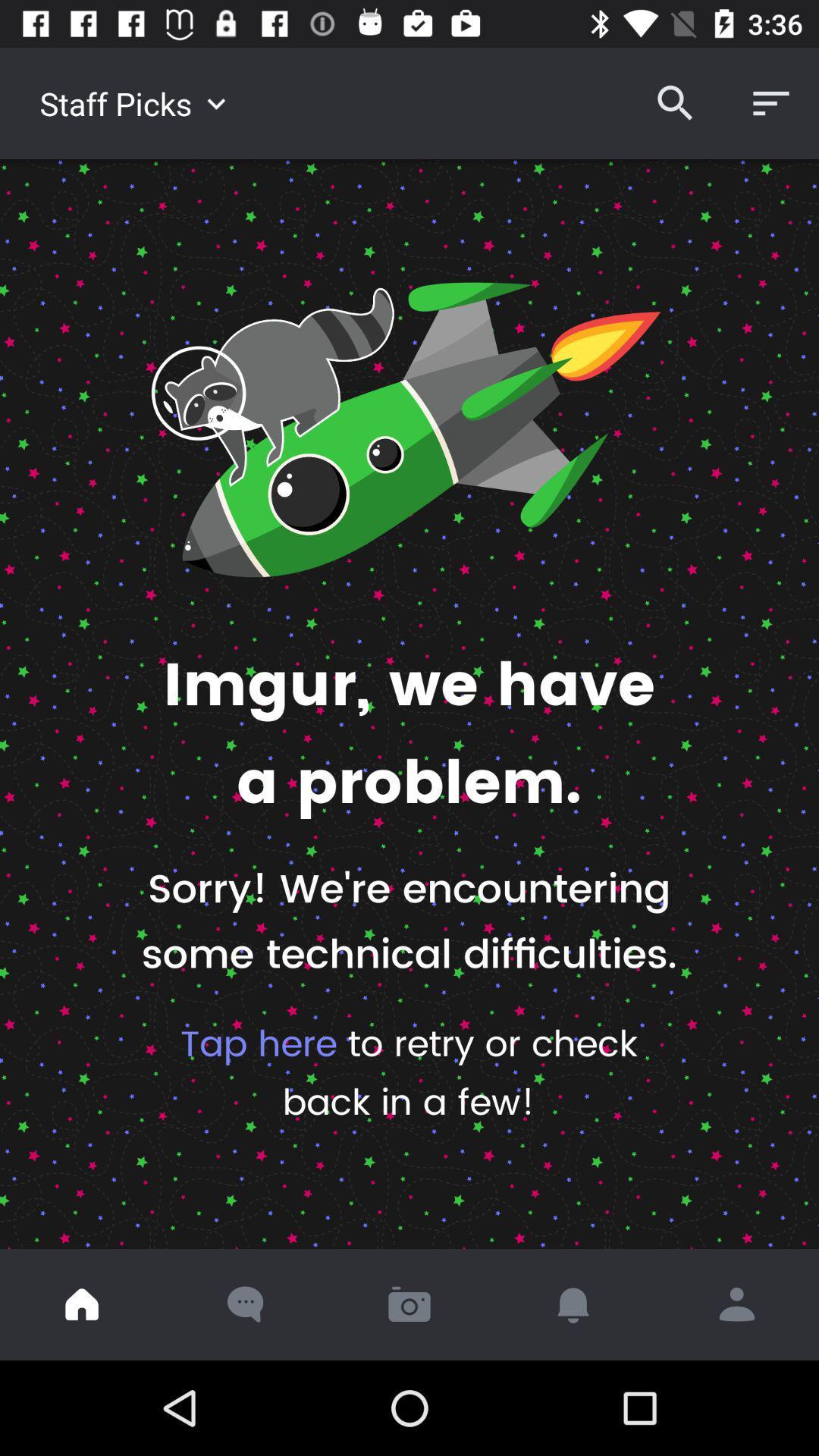 Image resolution: width=819 pixels, height=1456 pixels. What do you see at coordinates (409, 1304) in the screenshot?
I see `take a picture` at bounding box center [409, 1304].